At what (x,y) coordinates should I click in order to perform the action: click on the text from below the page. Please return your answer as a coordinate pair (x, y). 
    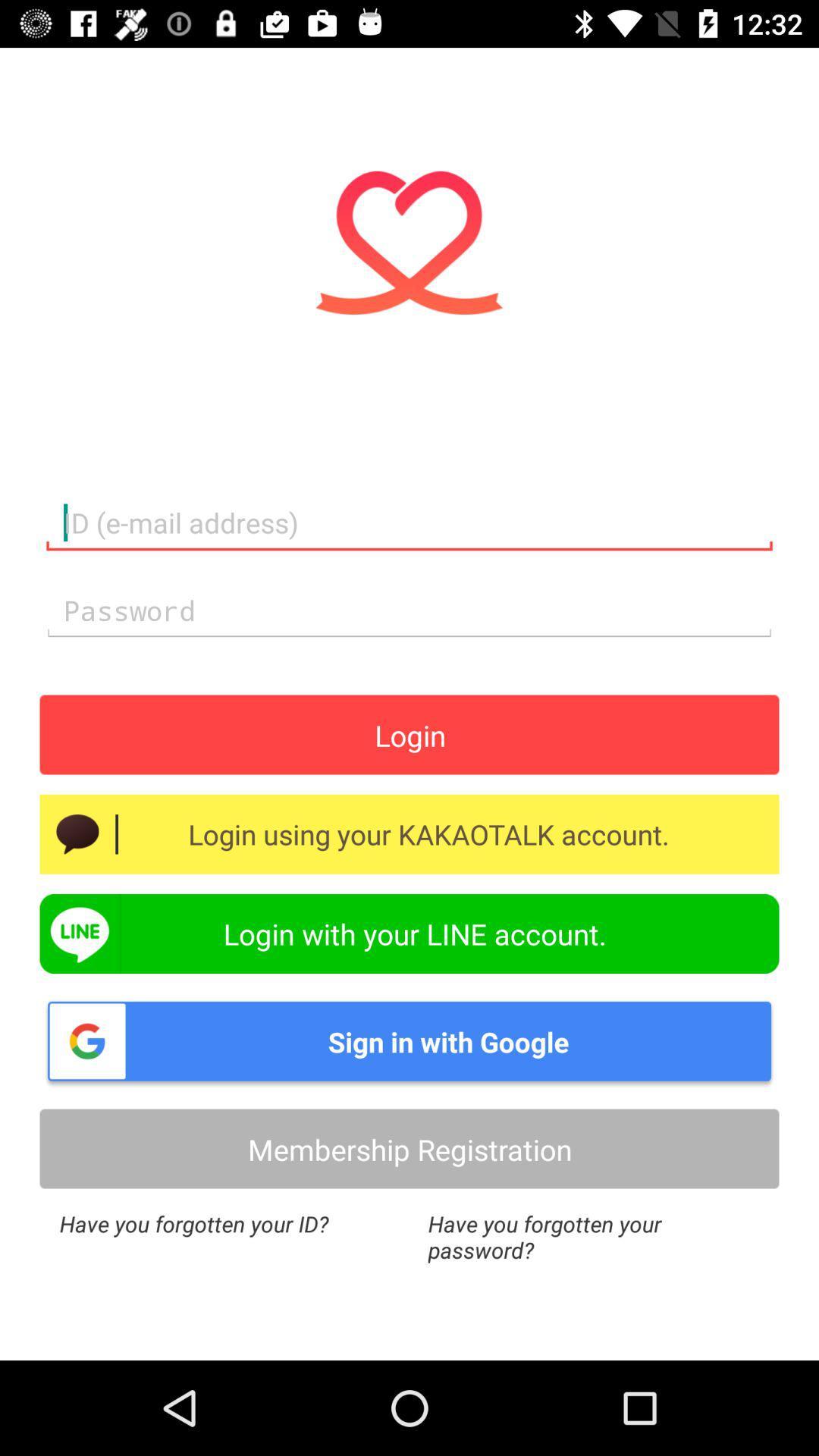
    Looking at the image, I should click on (593, 1237).